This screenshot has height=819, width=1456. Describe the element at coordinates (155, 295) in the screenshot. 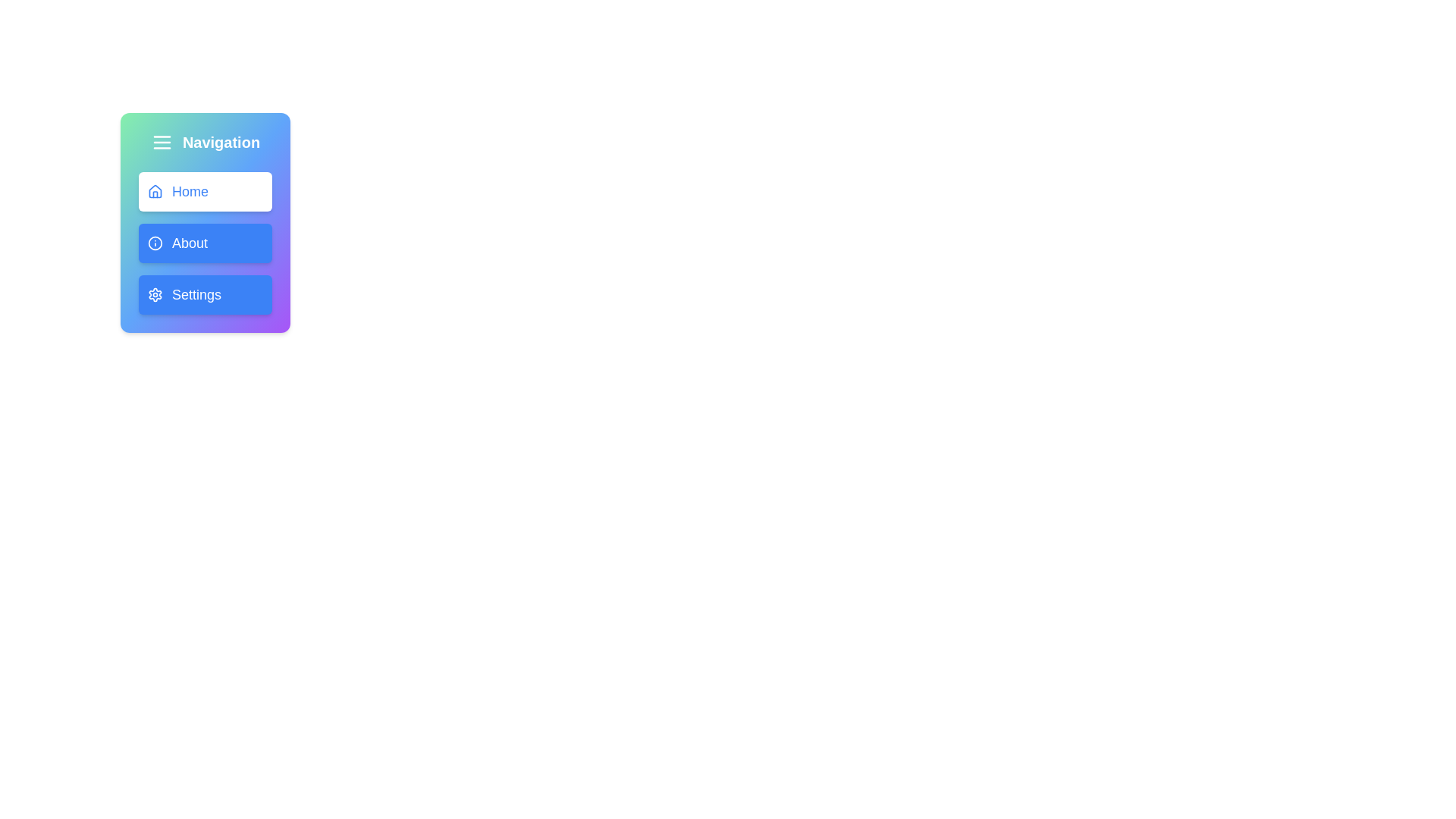

I see `the gear-shaped settings icon located on the left side of the 'Settings' text in the vertical navigation menu` at that location.